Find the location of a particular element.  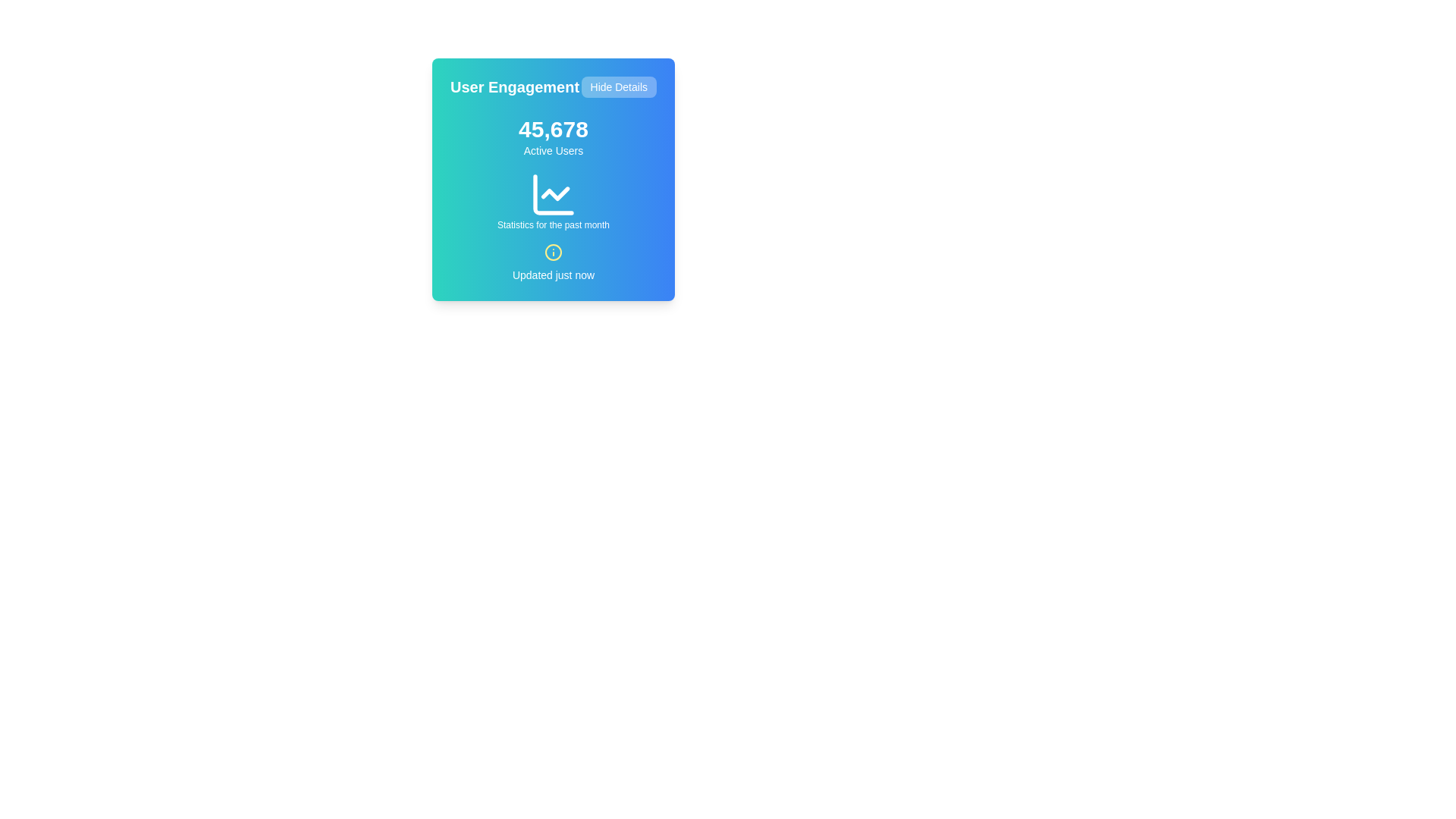

the first and largest text element displaying the count of active users in the User Engagement section is located at coordinates (552, 128).